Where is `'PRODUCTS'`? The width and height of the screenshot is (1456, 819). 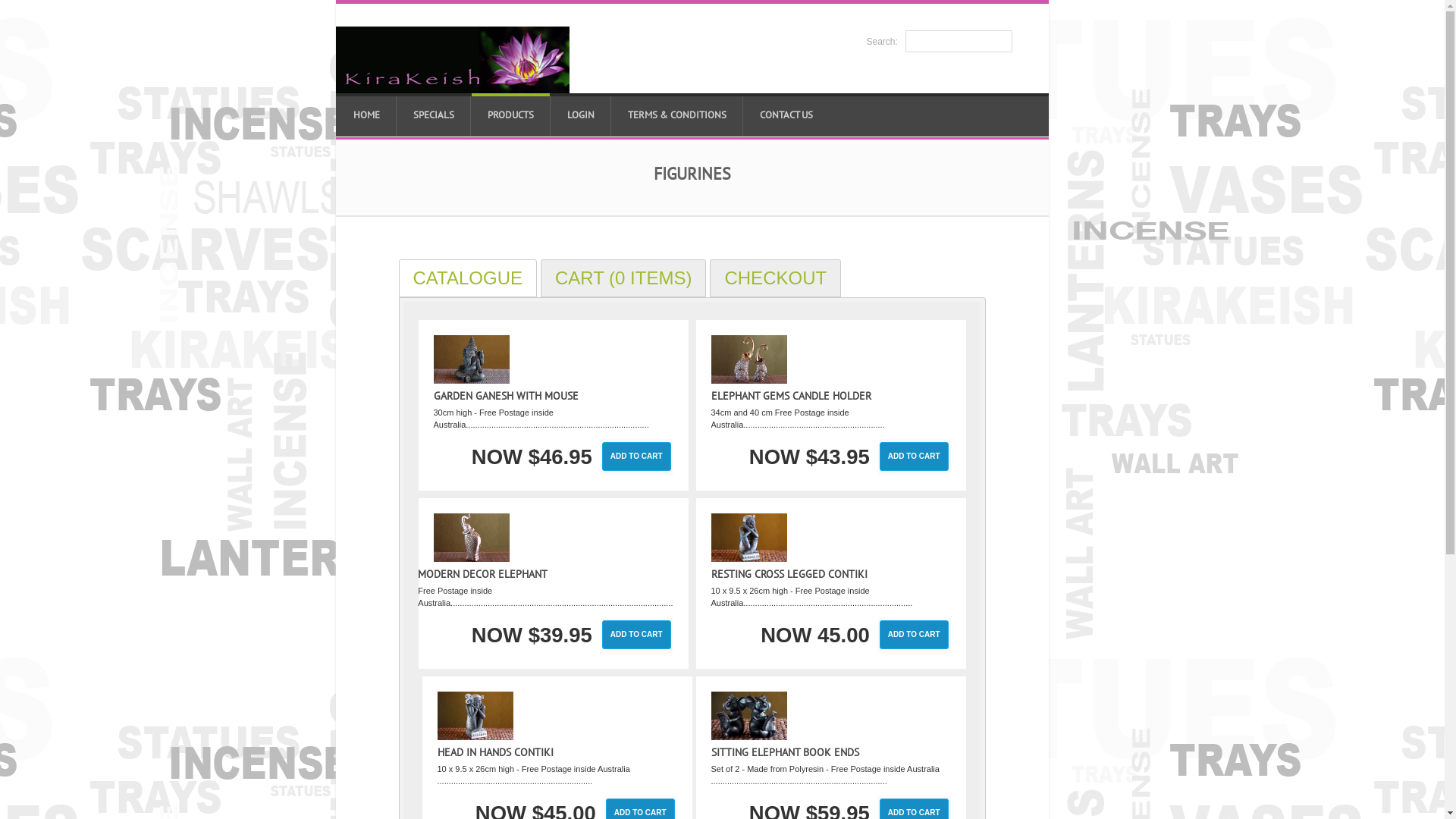
'PRODUCTS' is located at coordinates (510, 114).